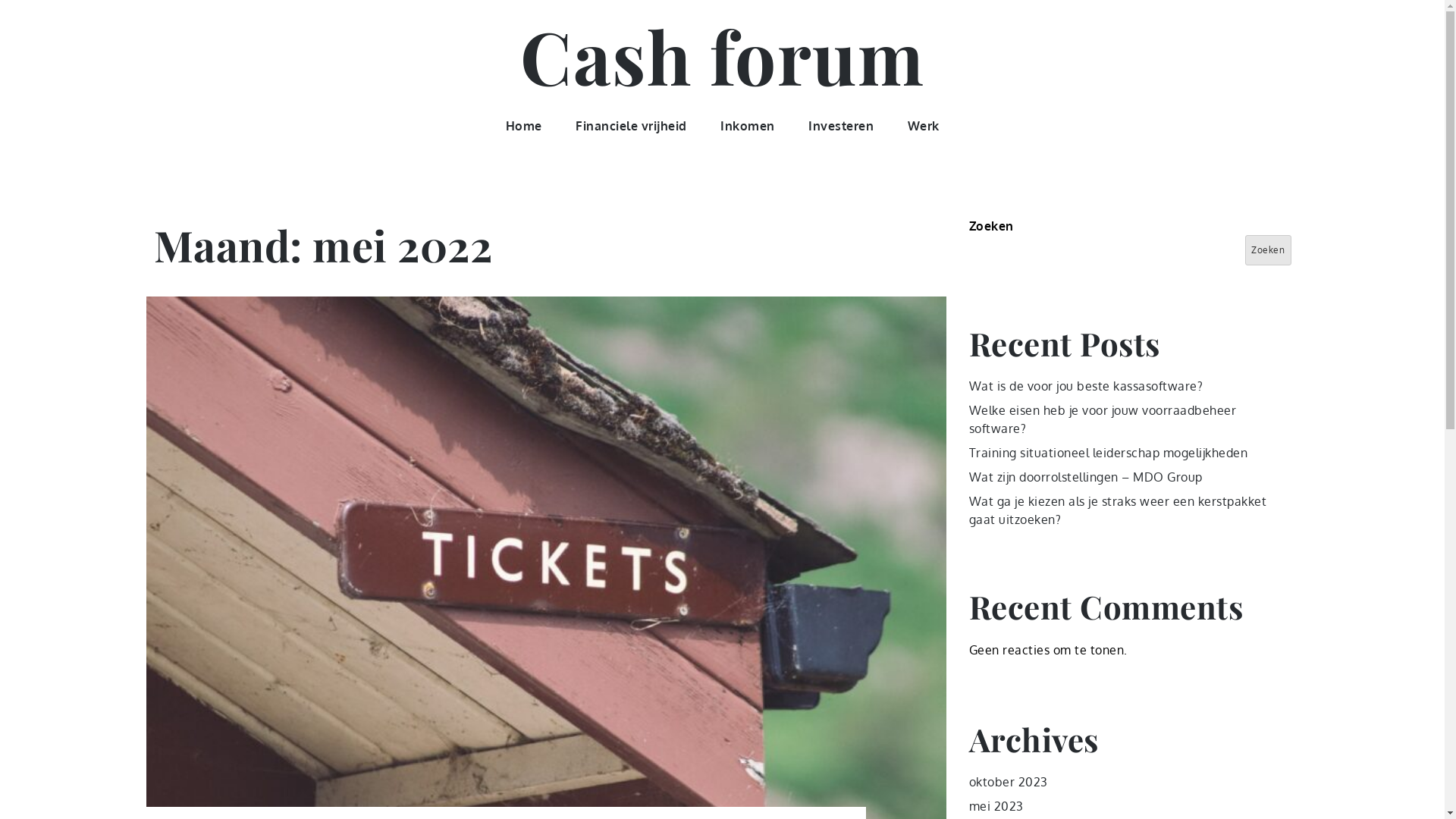 The width and height of the screenshot is (1456, 819). I want to click on 'Wat is de voor jou beste kassasoftware?', so click(1085, 385).